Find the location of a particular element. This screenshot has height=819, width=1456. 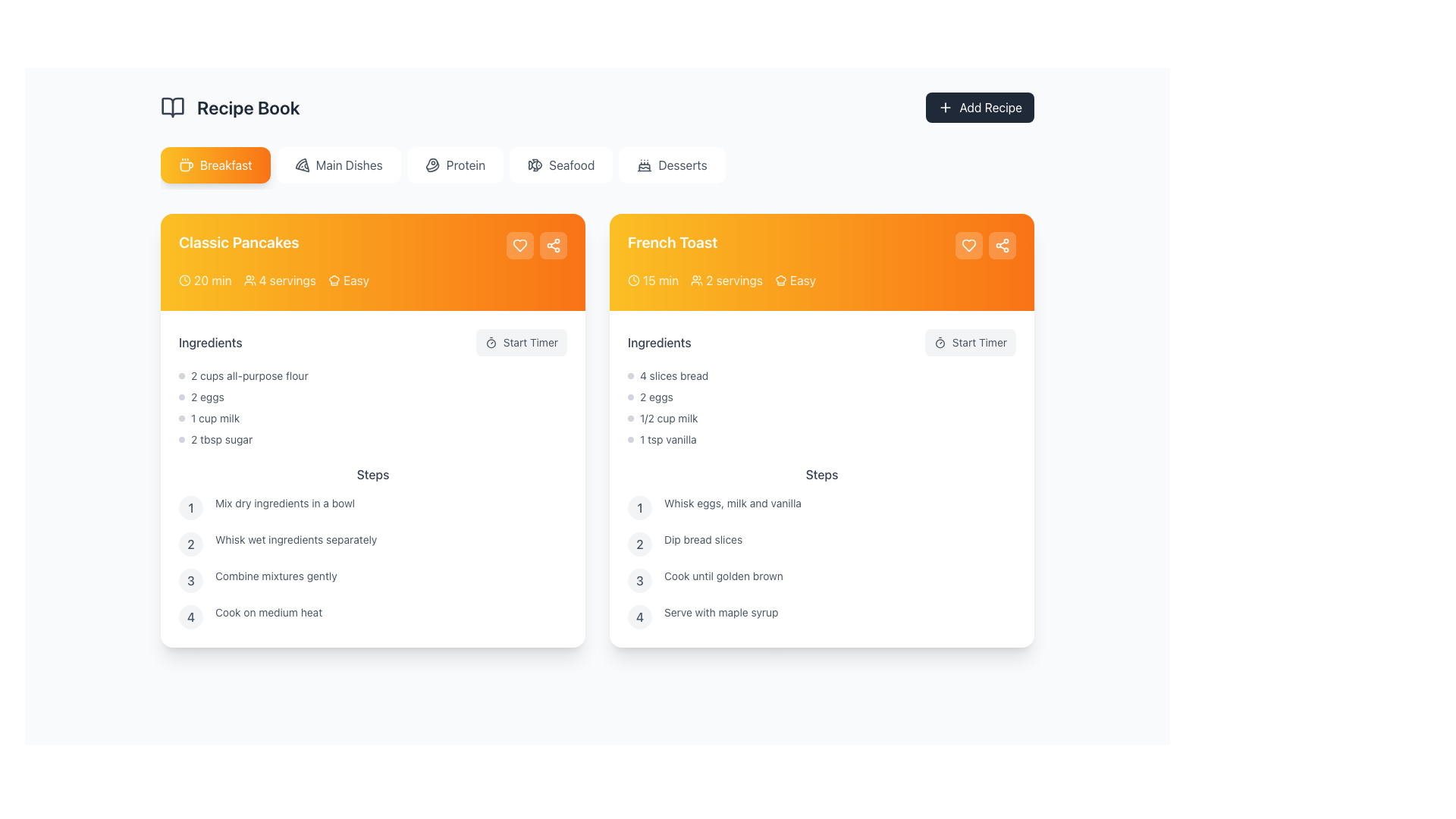

the decorative icon representing the 'Protein' category in the navigation menu, located at the center-left of the 'Protein' button in the horizontal navigation bar under the 'Recipe Book' heading is located at coordinates (431, 165).